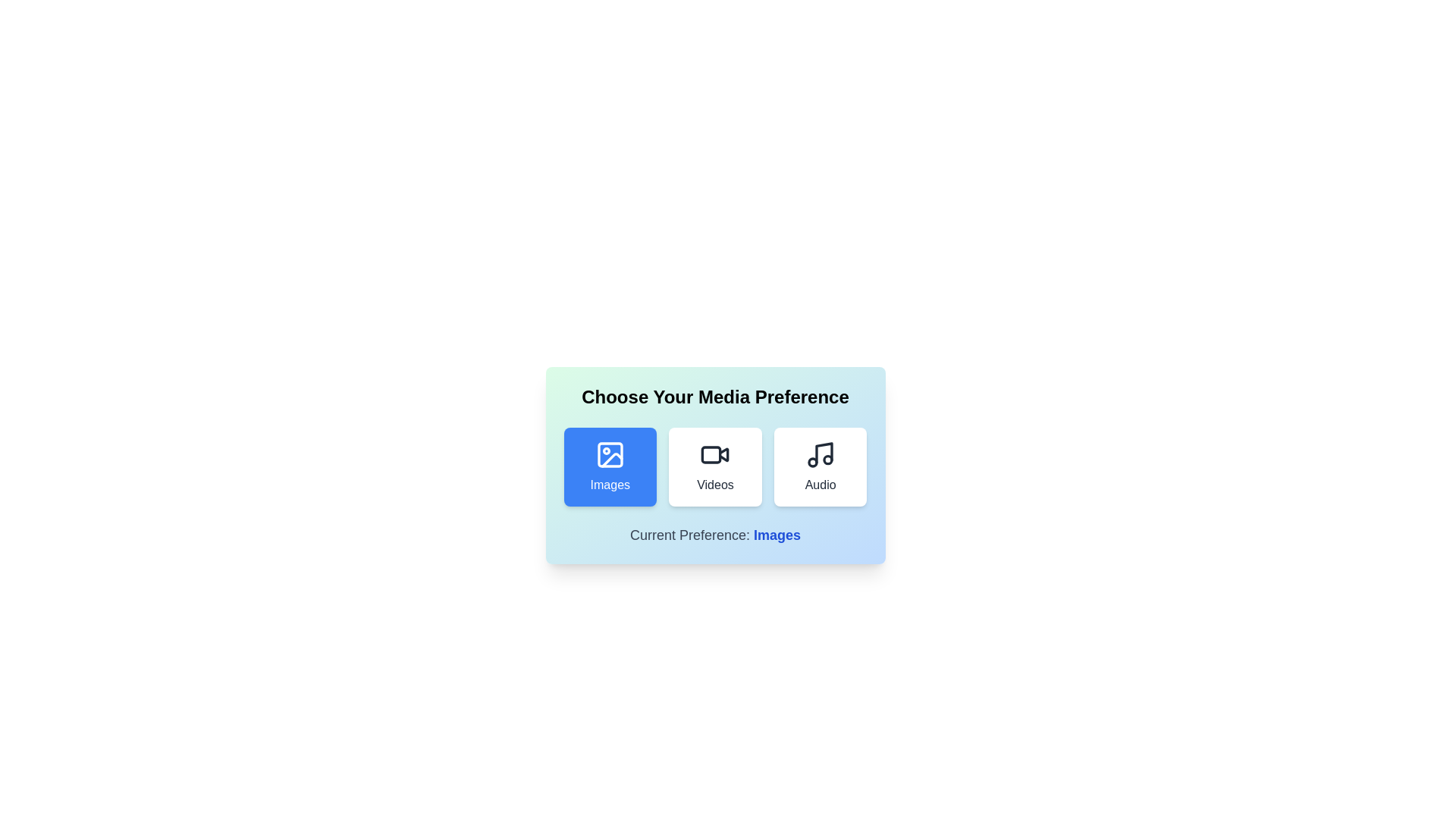 The image size is (1456, 819). I want to click on the media preference option Videos, so click(714, 466).